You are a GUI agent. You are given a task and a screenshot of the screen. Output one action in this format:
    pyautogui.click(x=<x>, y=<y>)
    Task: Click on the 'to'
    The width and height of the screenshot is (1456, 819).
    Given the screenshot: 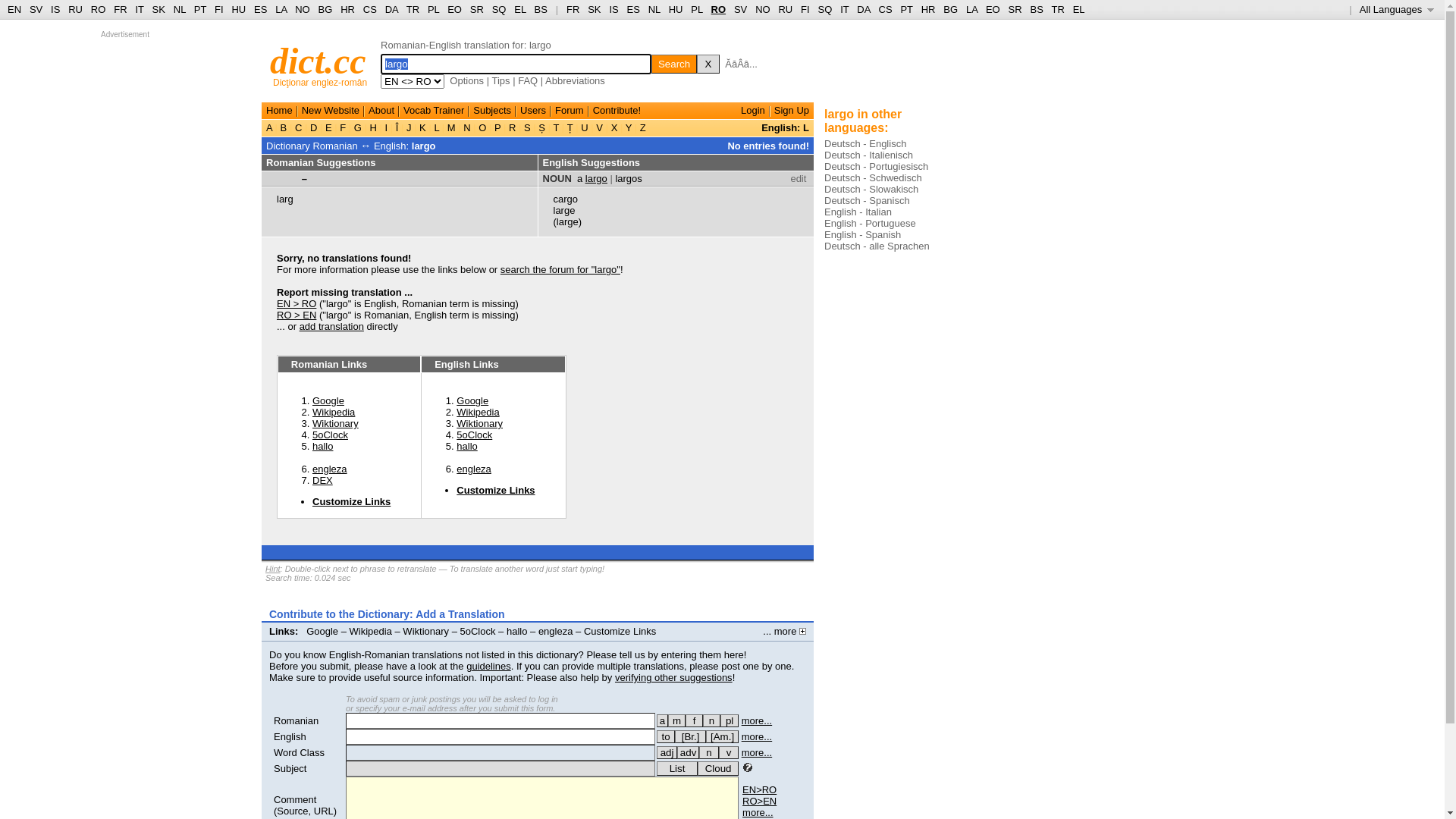 What is the action you would take?
    pyautogui.click(x=666, y=736)
    